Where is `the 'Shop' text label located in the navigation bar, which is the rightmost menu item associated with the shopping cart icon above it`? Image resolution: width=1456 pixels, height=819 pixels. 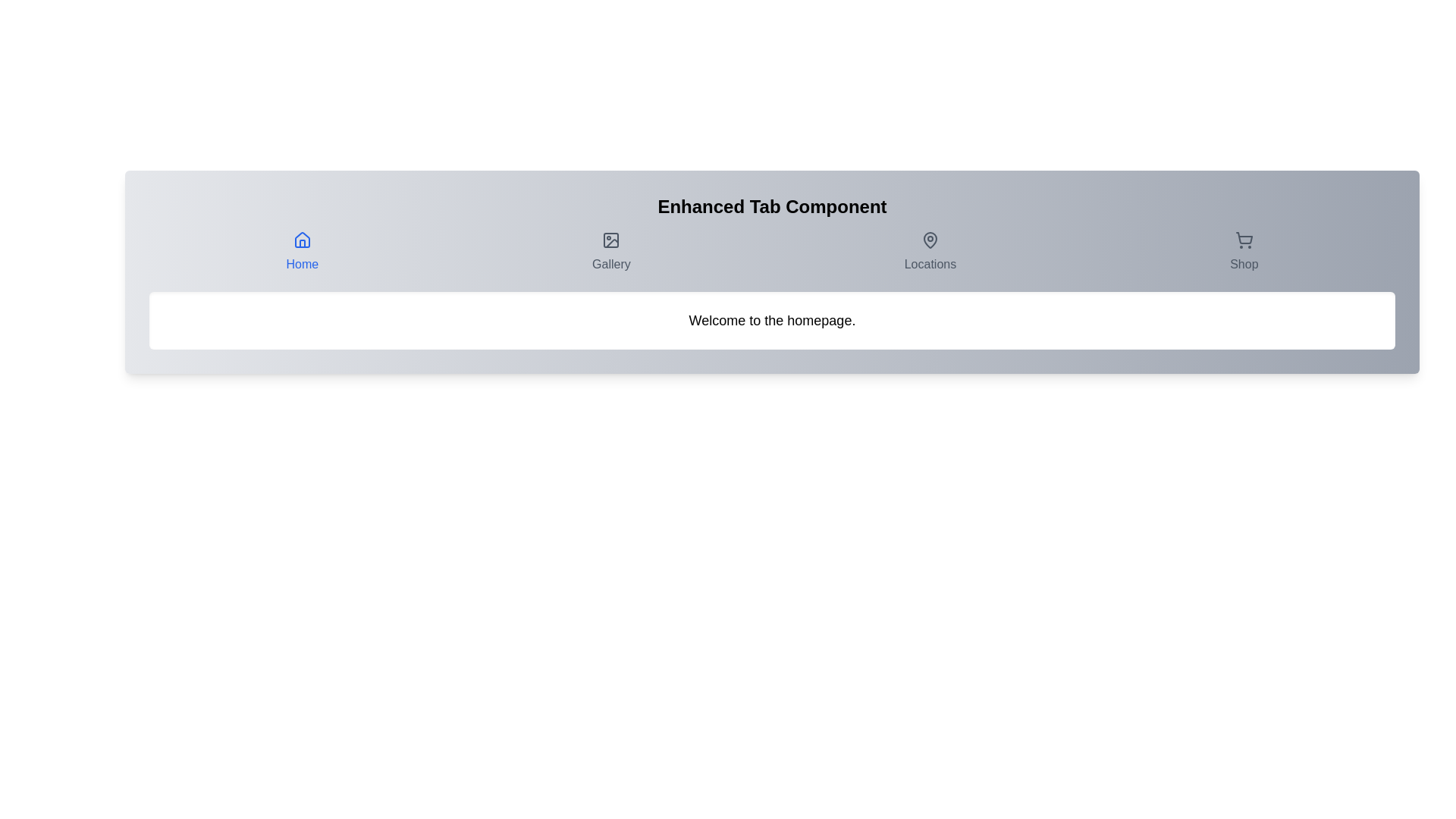
the 'Shop' text label located in the navigation bar, which is the rightmost menu item associated with the shopping cart icon above it is located at coordinates (1244, 263).